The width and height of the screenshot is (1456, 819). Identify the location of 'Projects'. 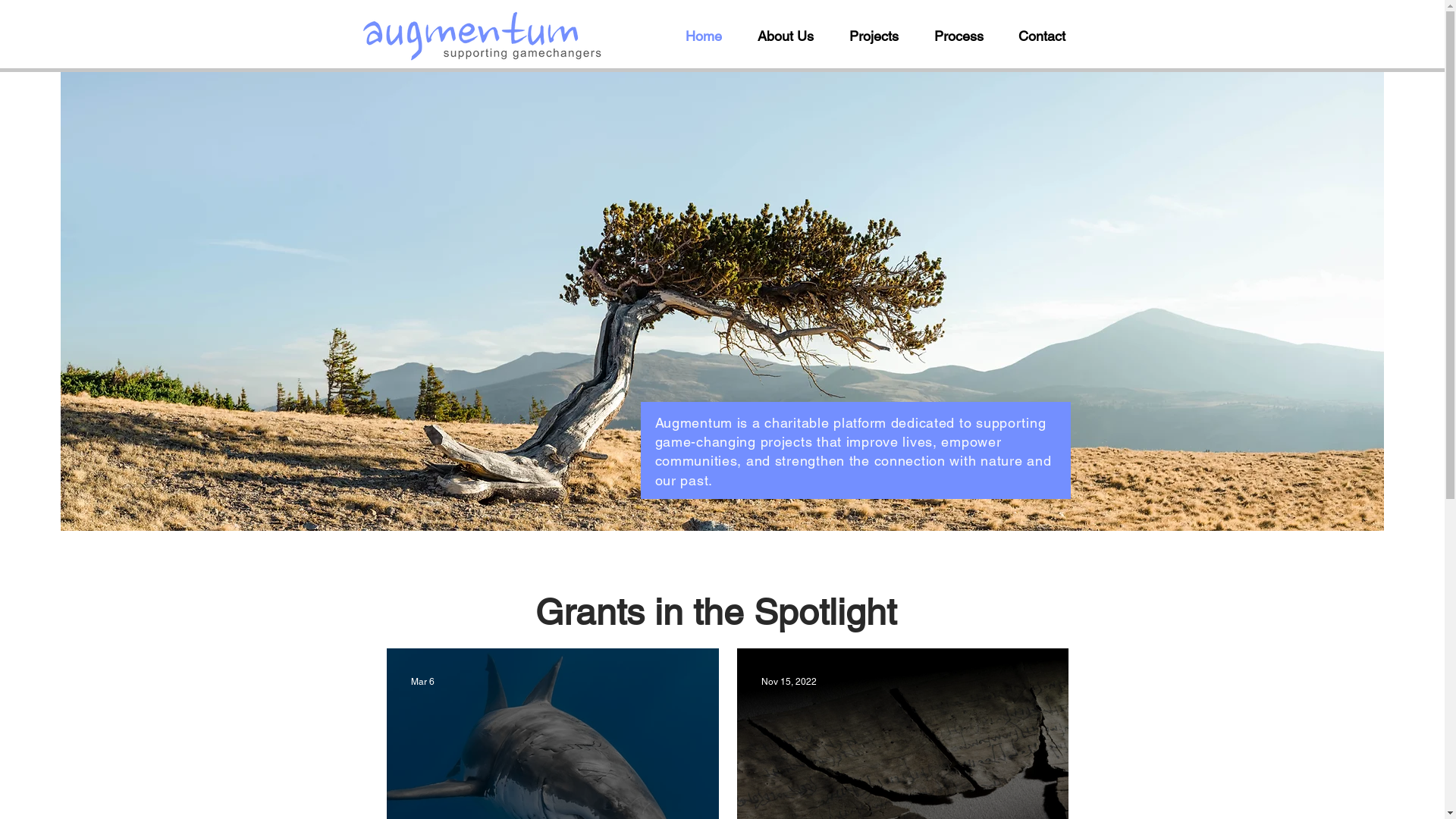
(836, 35).